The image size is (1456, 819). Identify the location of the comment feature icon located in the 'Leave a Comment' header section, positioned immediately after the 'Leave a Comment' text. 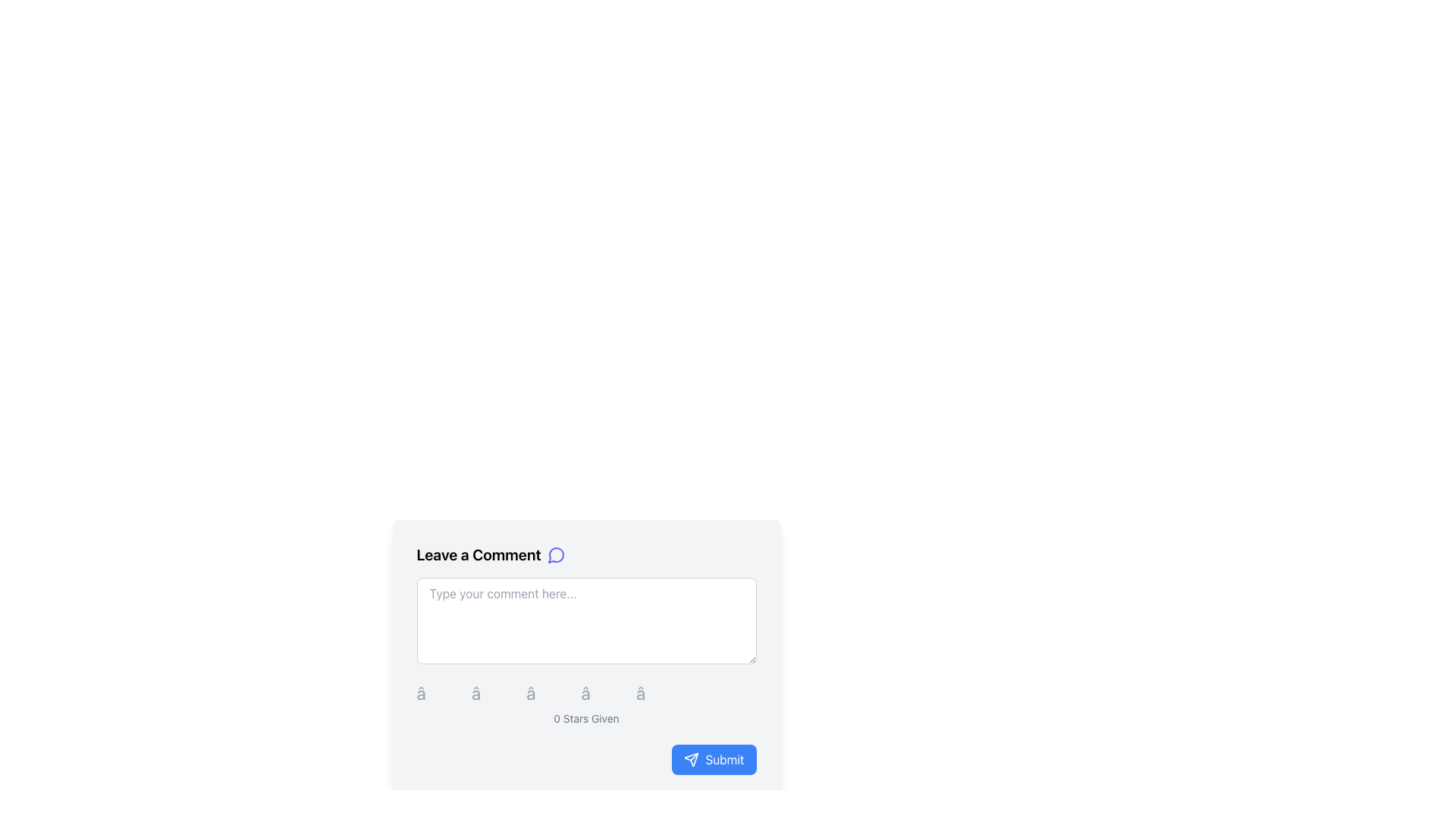
(555, 555).